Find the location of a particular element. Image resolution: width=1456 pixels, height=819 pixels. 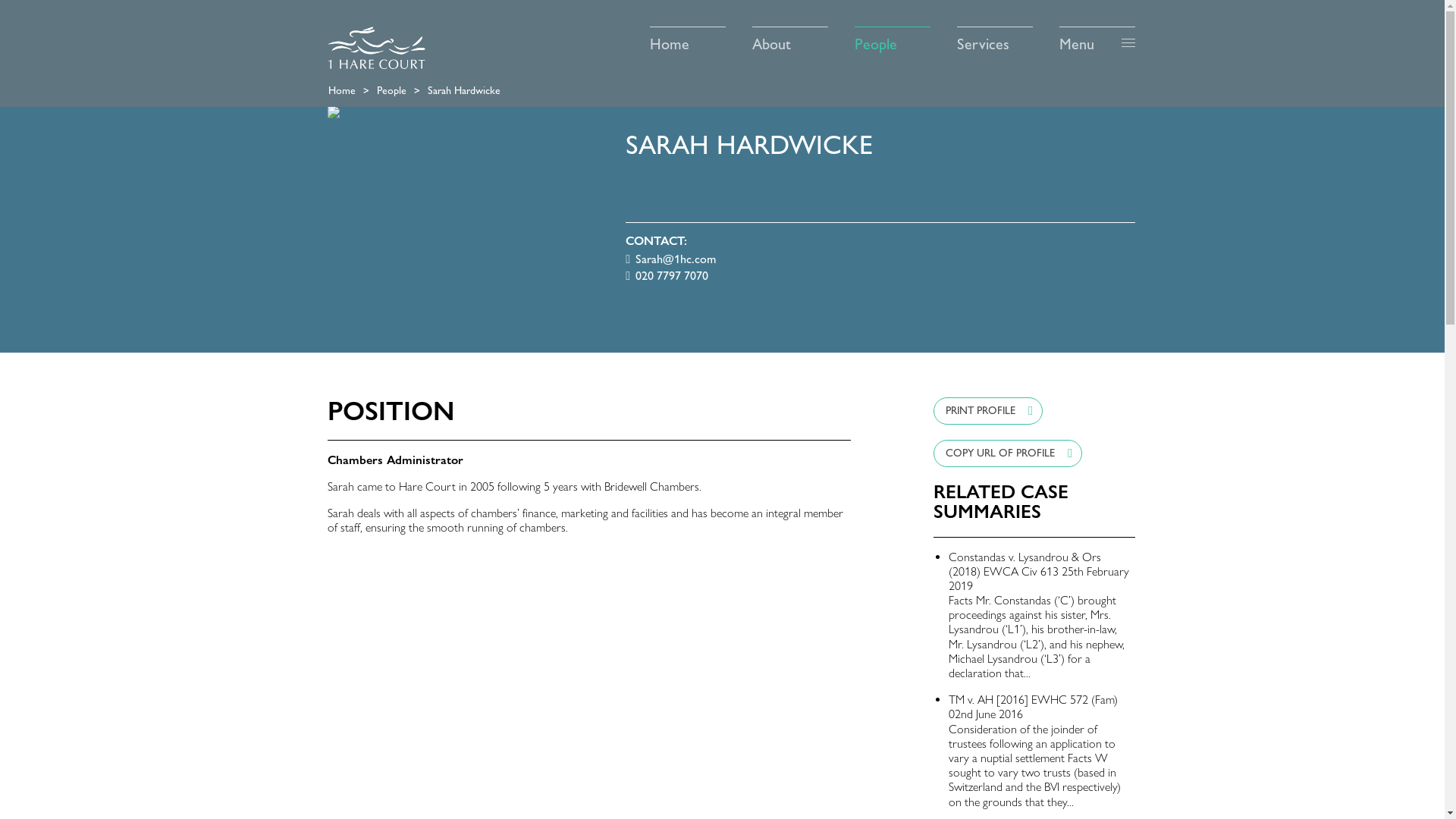

'About' is located at coordinates (789, 38).